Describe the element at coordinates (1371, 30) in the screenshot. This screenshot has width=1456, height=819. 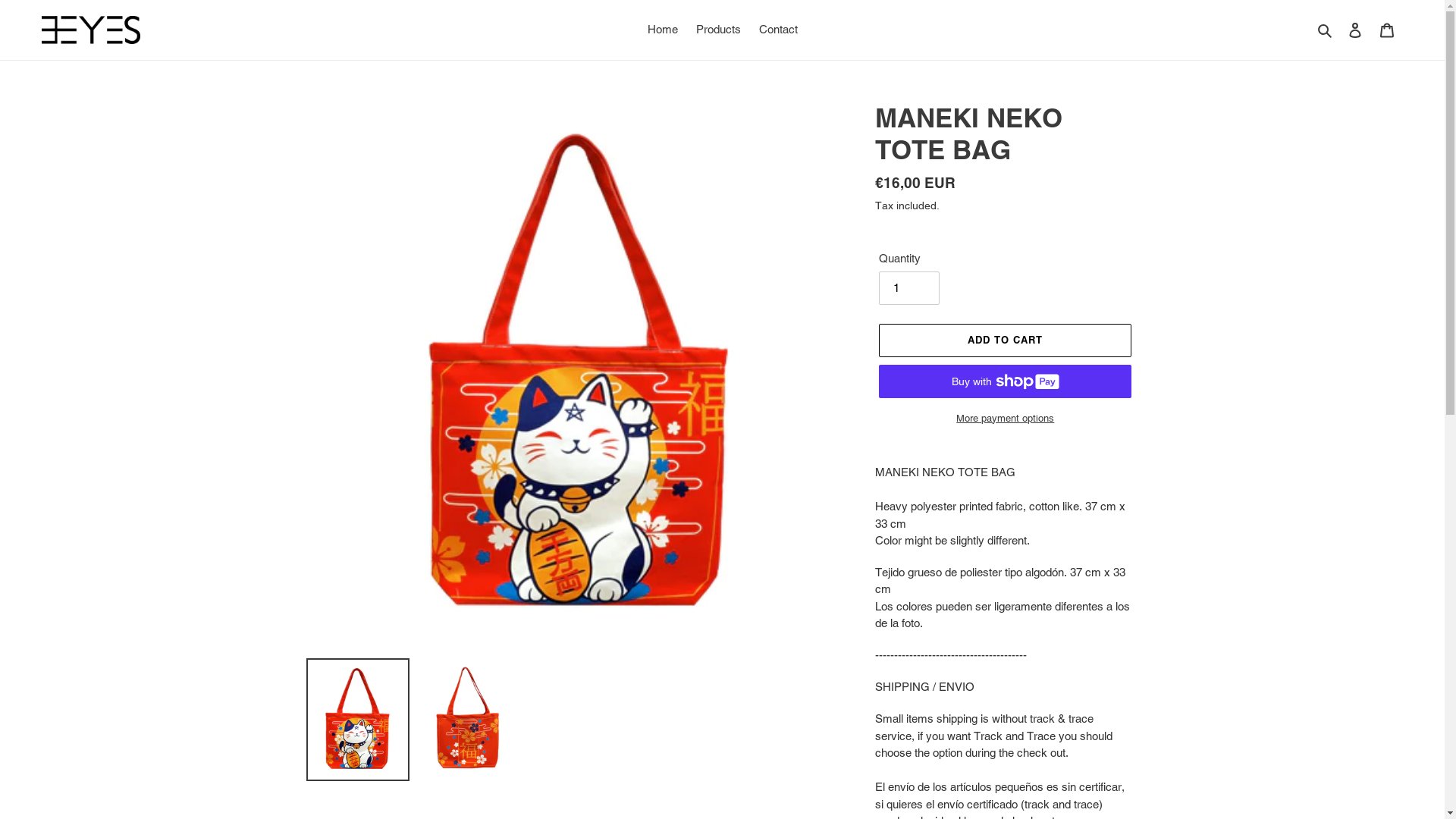
I see `'Cart'` at that location.